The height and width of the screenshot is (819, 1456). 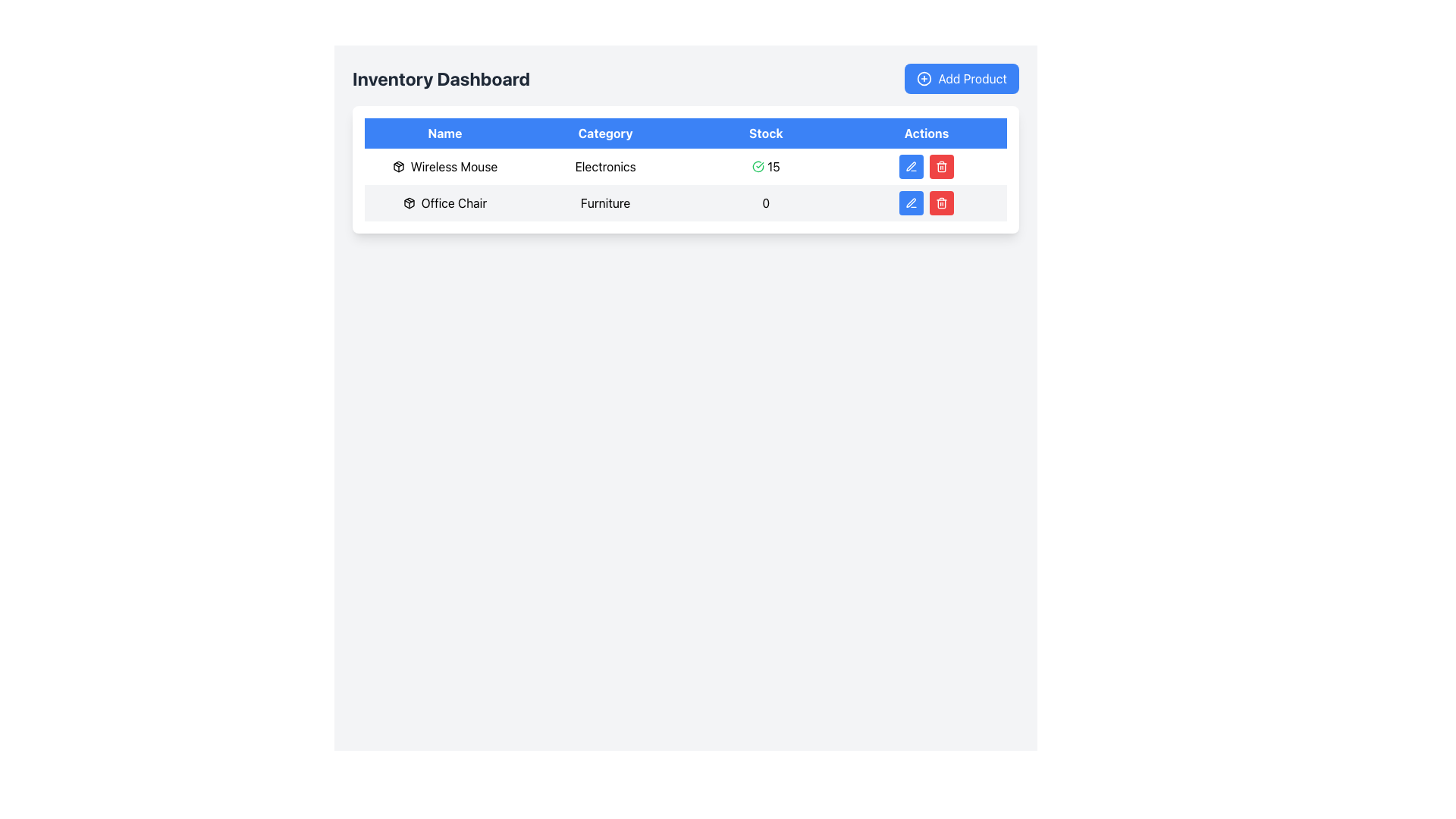 I want to click on the edit icon located within a blue button in the 'Actions' column of the first data row in the table, so click(x=911, y=166).